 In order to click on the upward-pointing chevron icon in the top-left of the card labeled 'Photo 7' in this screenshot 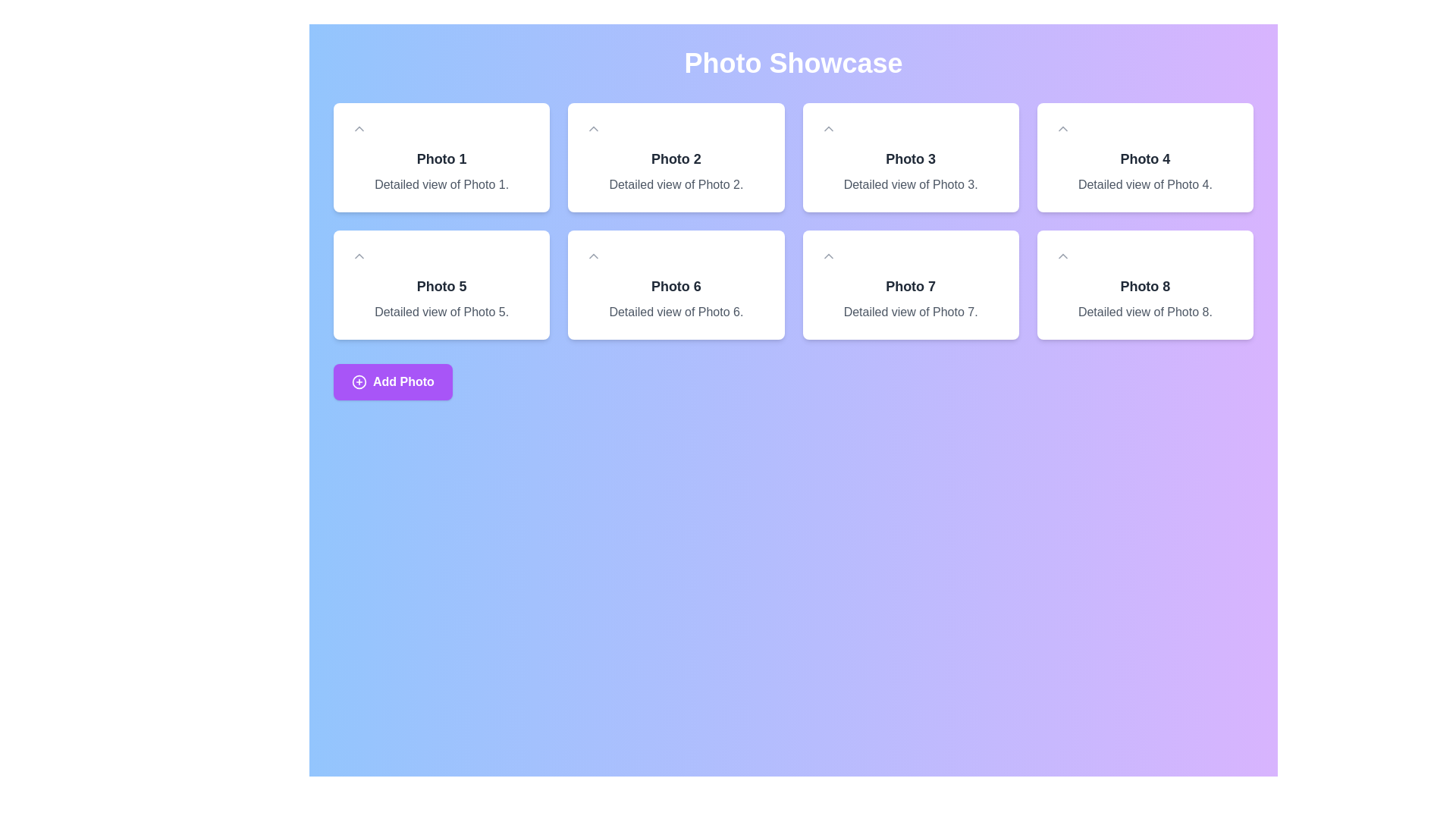, I will do `click(827, 256)`.